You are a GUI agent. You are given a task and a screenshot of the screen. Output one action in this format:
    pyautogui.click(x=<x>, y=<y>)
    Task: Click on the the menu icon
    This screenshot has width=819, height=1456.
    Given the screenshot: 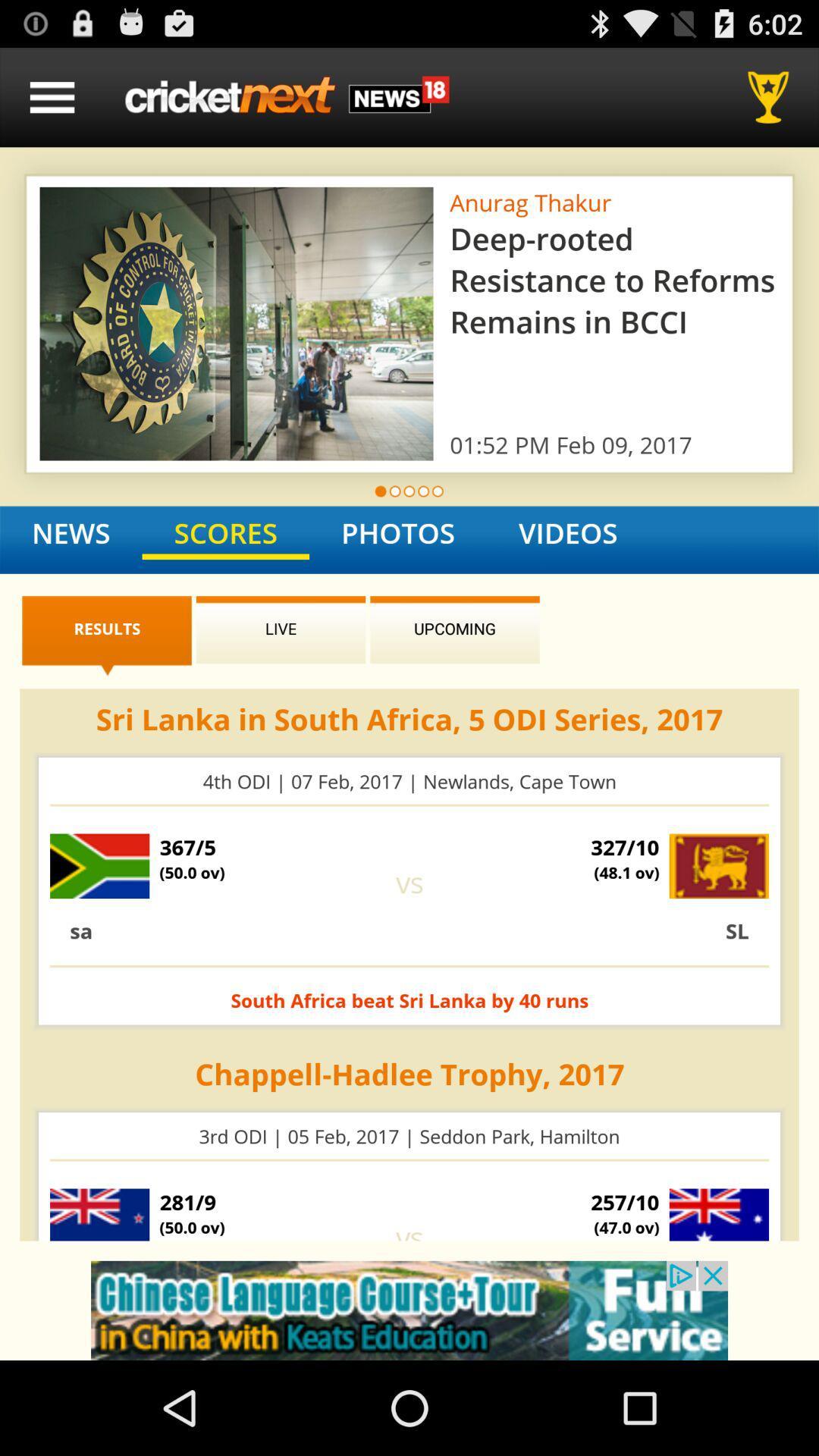 What is the action you would take?
    pyautogui.click(x=52, y=103)
    